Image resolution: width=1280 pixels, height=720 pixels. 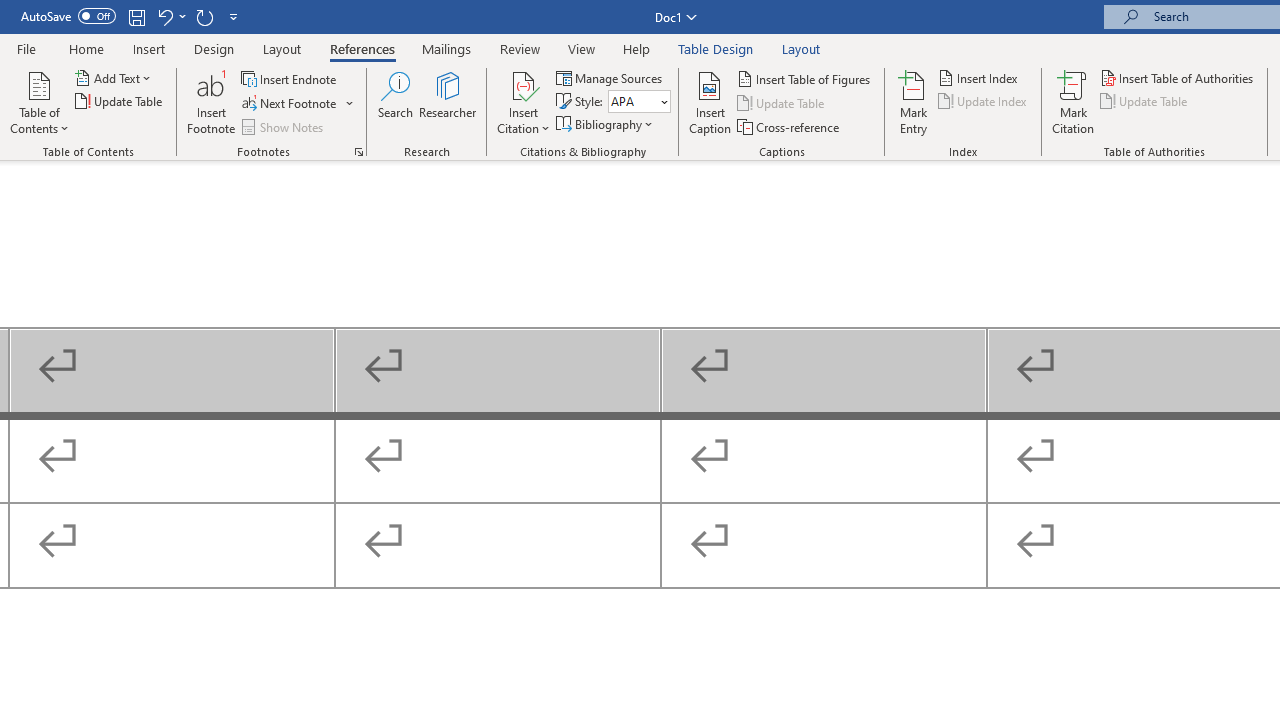 What do you see at coordinates (283, 127) in the screenshot?
I see `'Show Notes'` at bounding box center [283, 127].